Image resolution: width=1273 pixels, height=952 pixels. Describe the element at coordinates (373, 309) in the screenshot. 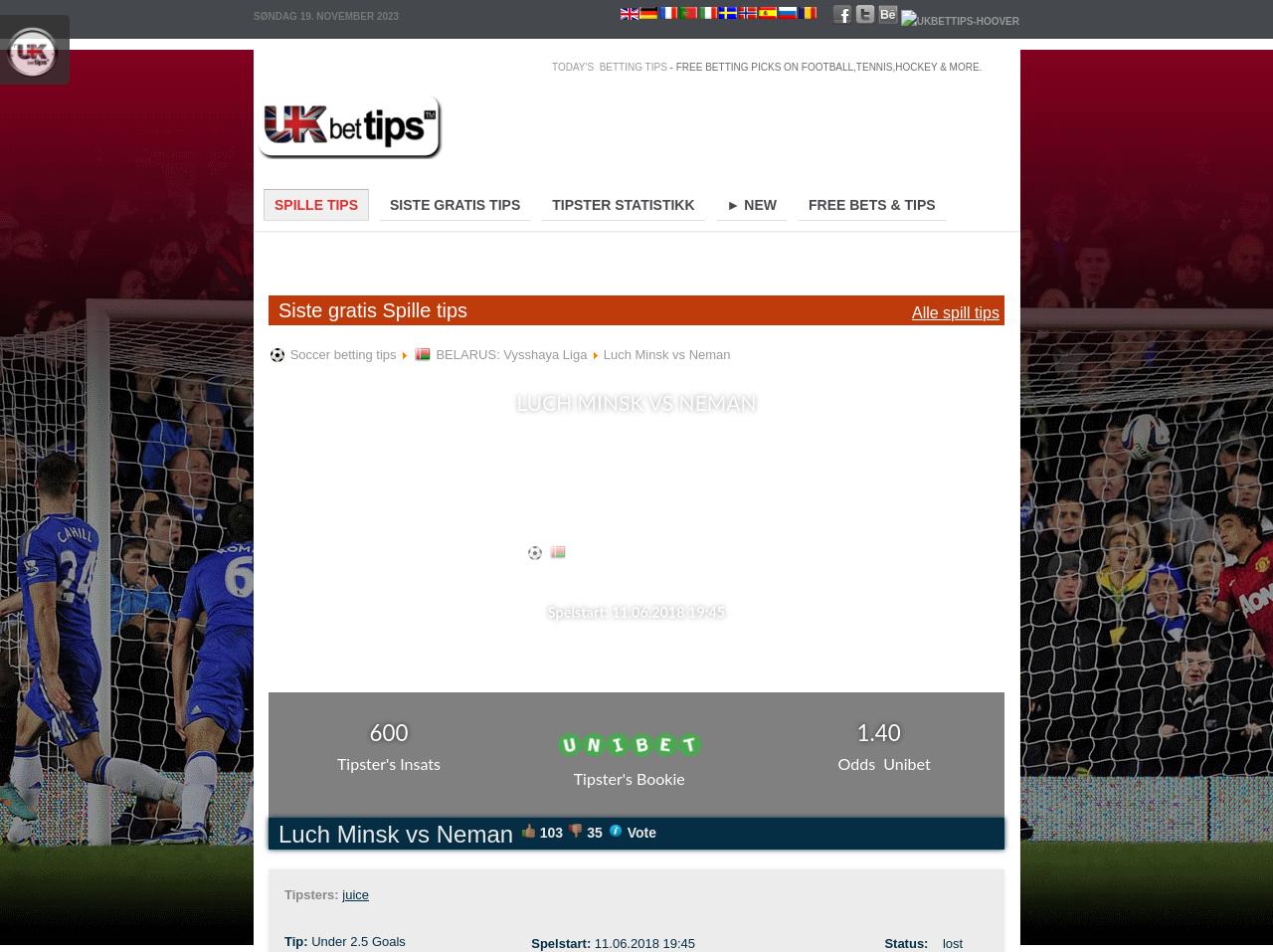

I see `'Siste gratis Spille tips'` at that location.